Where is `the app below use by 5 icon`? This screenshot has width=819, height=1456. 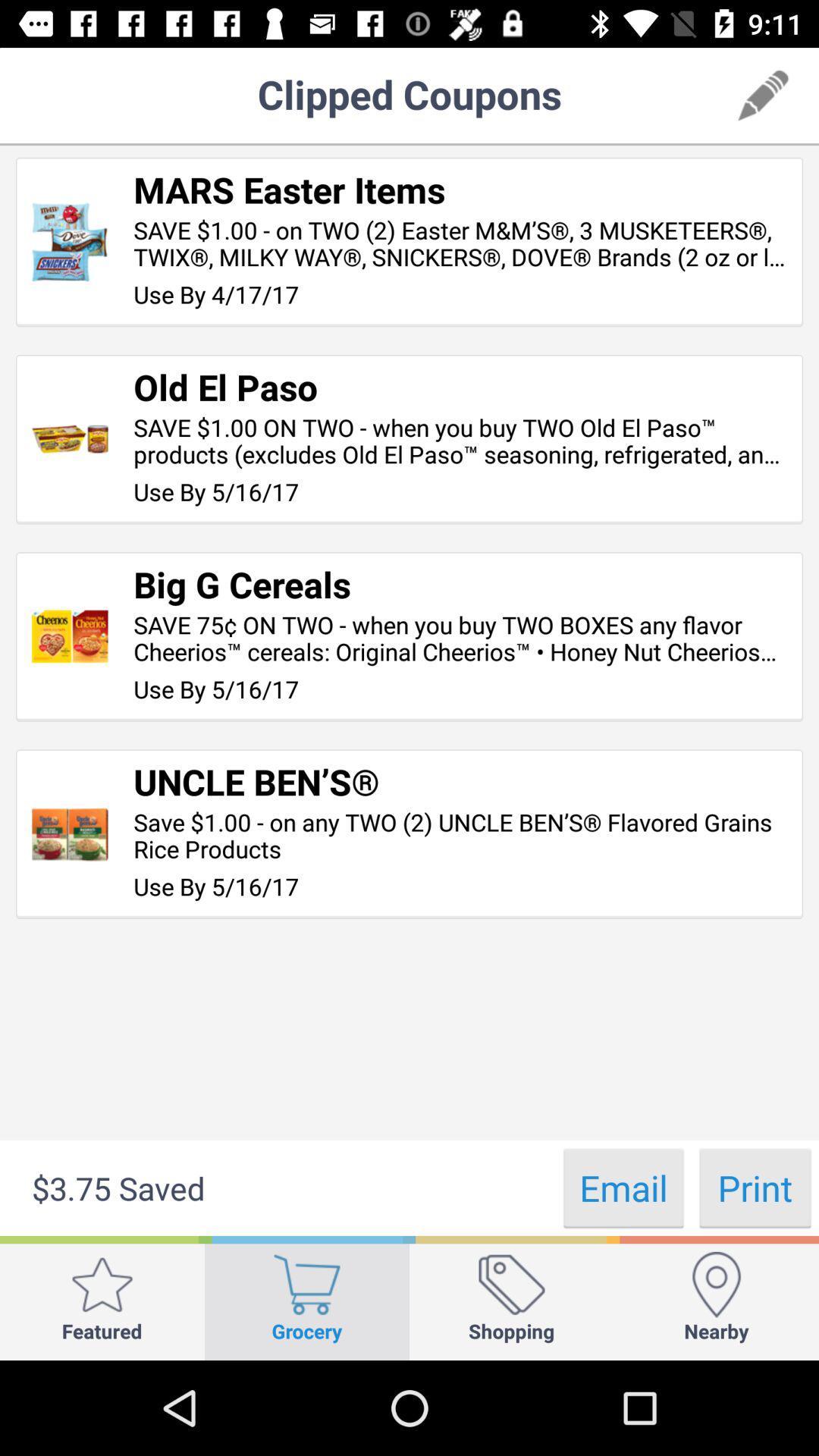
the app below use by 5 icon is located at coordinates (623, 1187).